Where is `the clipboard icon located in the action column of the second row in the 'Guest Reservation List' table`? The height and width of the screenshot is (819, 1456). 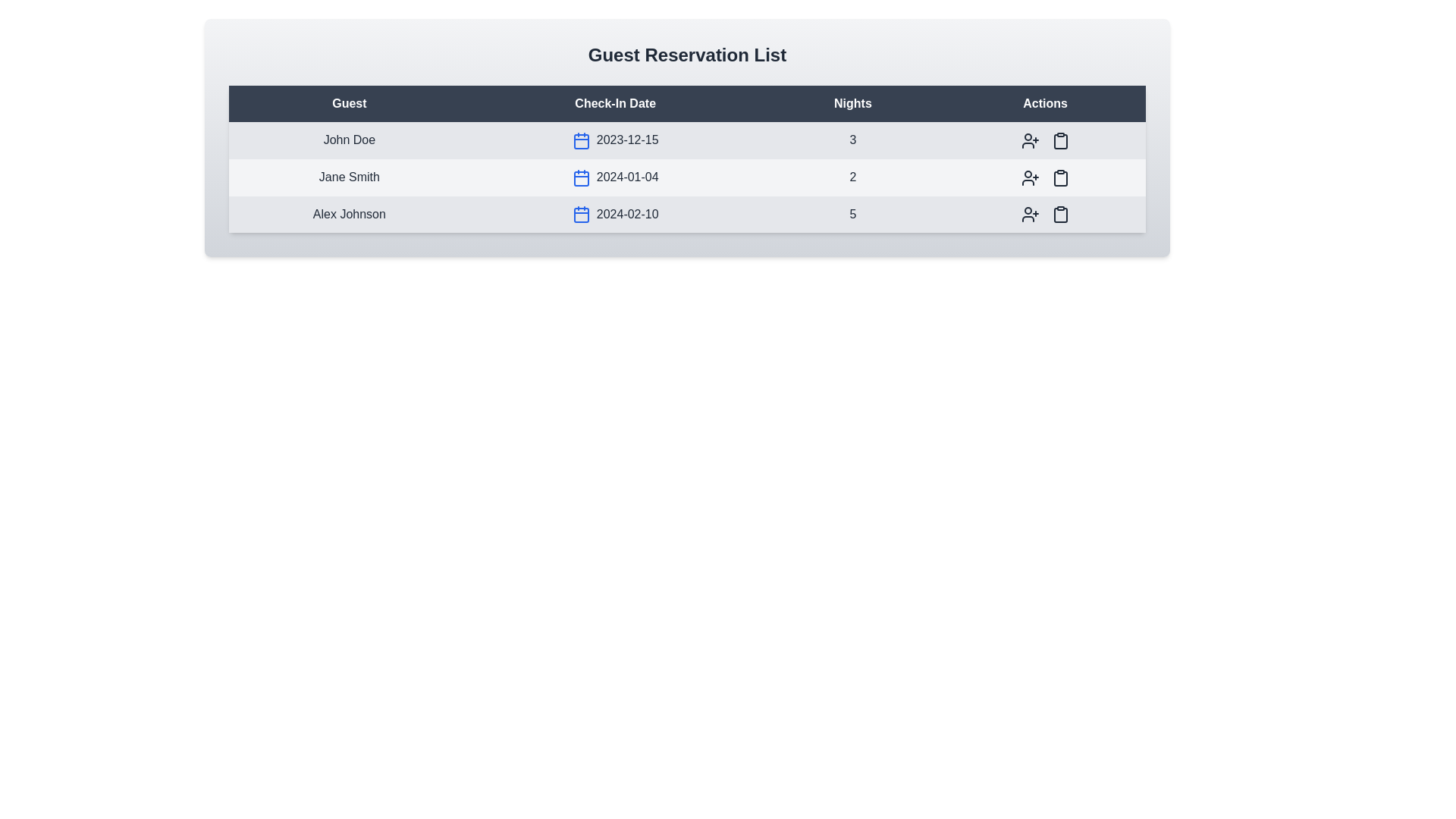 the clipboard icon located in the action column of the second row in the 'Guest Reservation List' table is located at coordinates (1059, 177).